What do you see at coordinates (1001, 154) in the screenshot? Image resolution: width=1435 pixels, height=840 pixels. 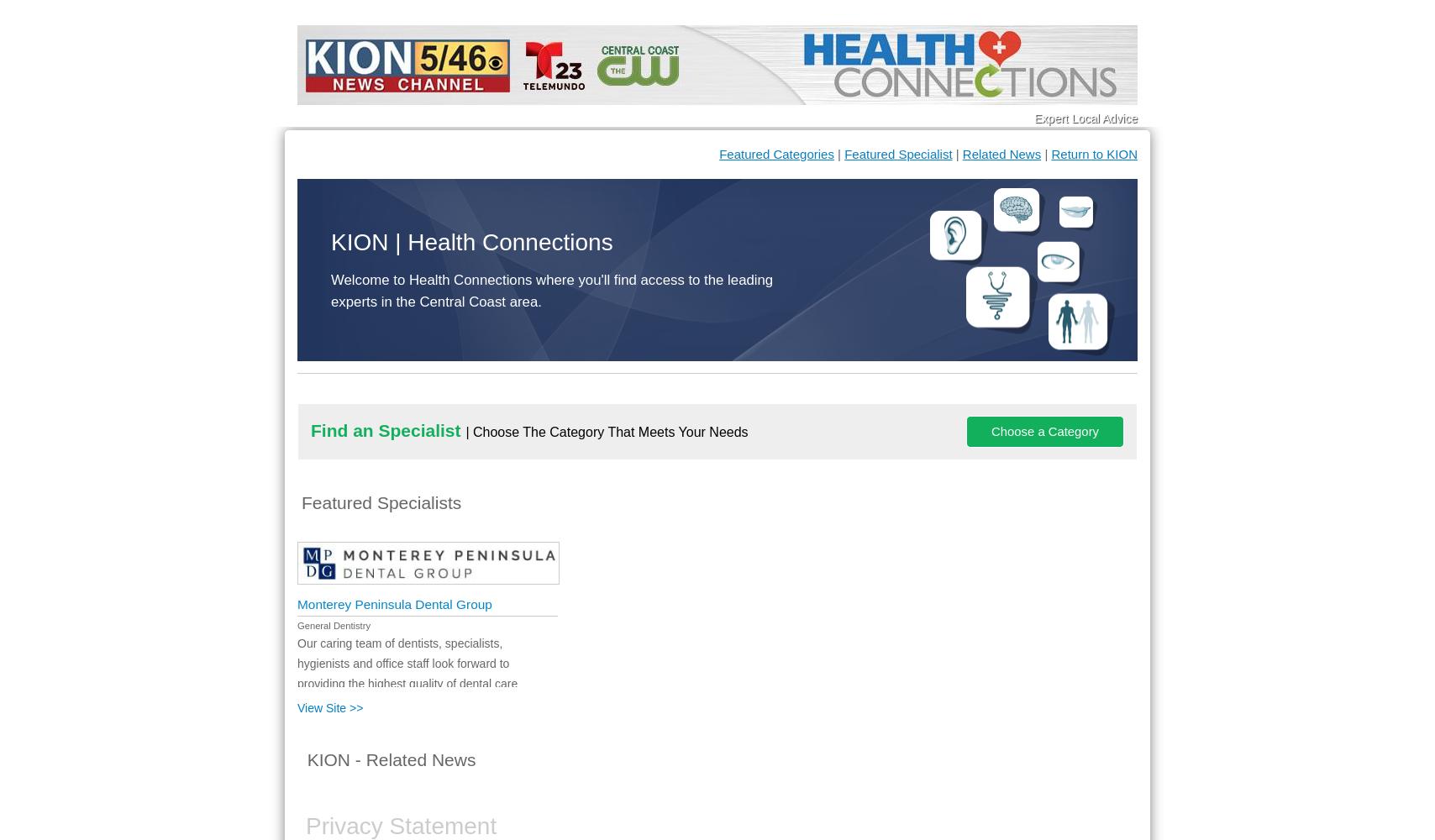 I see `'Related News'` at bounding box center [1001, 154].